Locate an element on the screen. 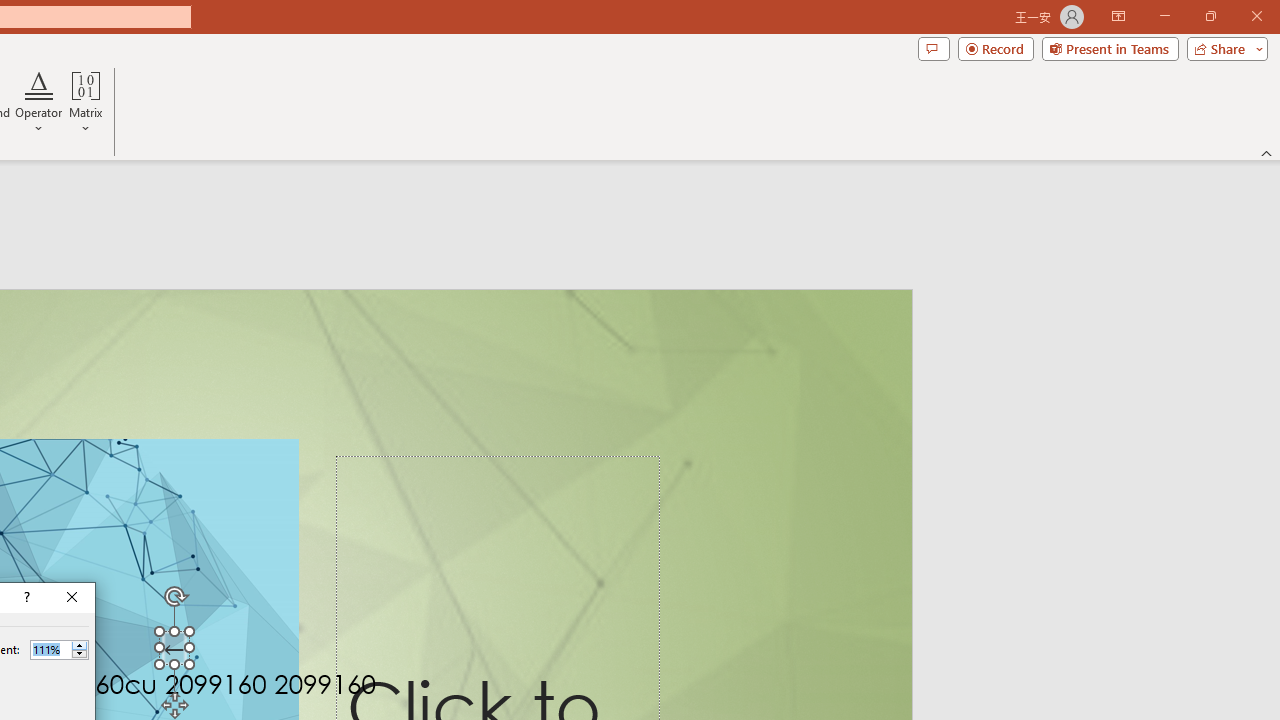  'Matrix' is located at coordinates (85, 103).